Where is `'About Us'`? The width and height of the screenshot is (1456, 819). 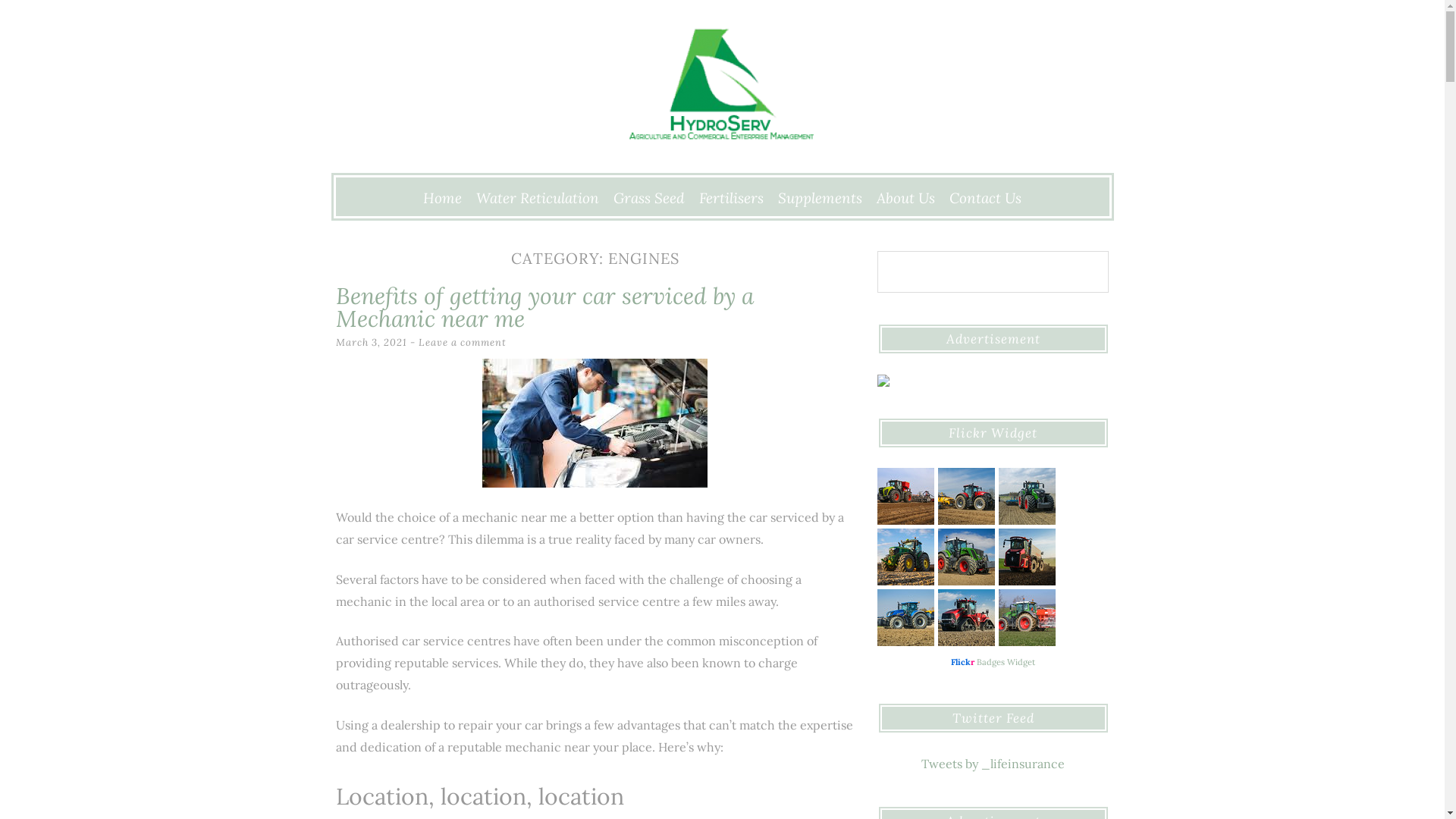
'About Us' is located at coordinates (905, 197).